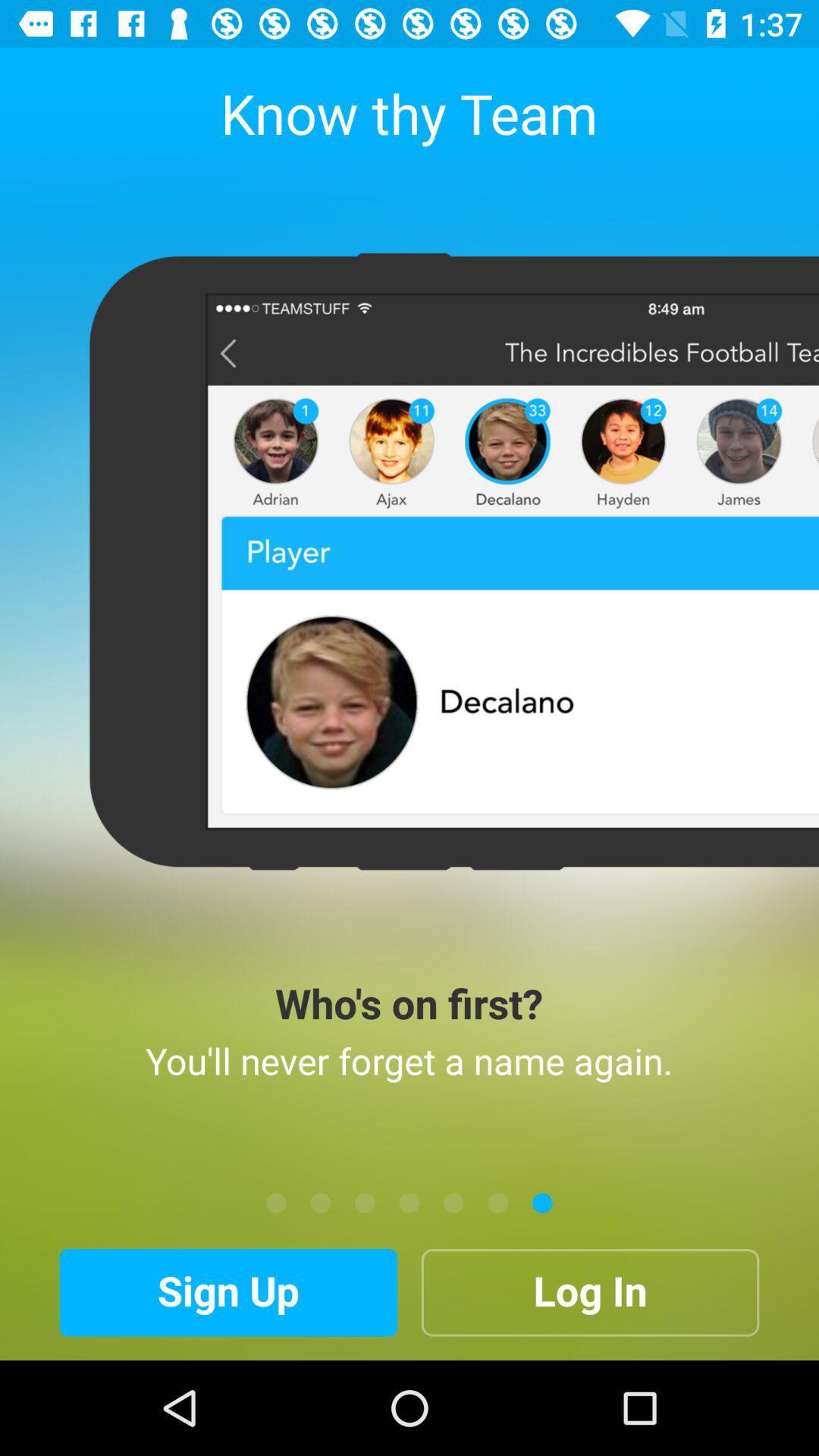 Image resolution: width=819 pixels, height=1456 pixels. What do you see at coordinates (541, 1202) in the screenshot?
I see `the icon above log in item` at bounding box center [541, 1202].